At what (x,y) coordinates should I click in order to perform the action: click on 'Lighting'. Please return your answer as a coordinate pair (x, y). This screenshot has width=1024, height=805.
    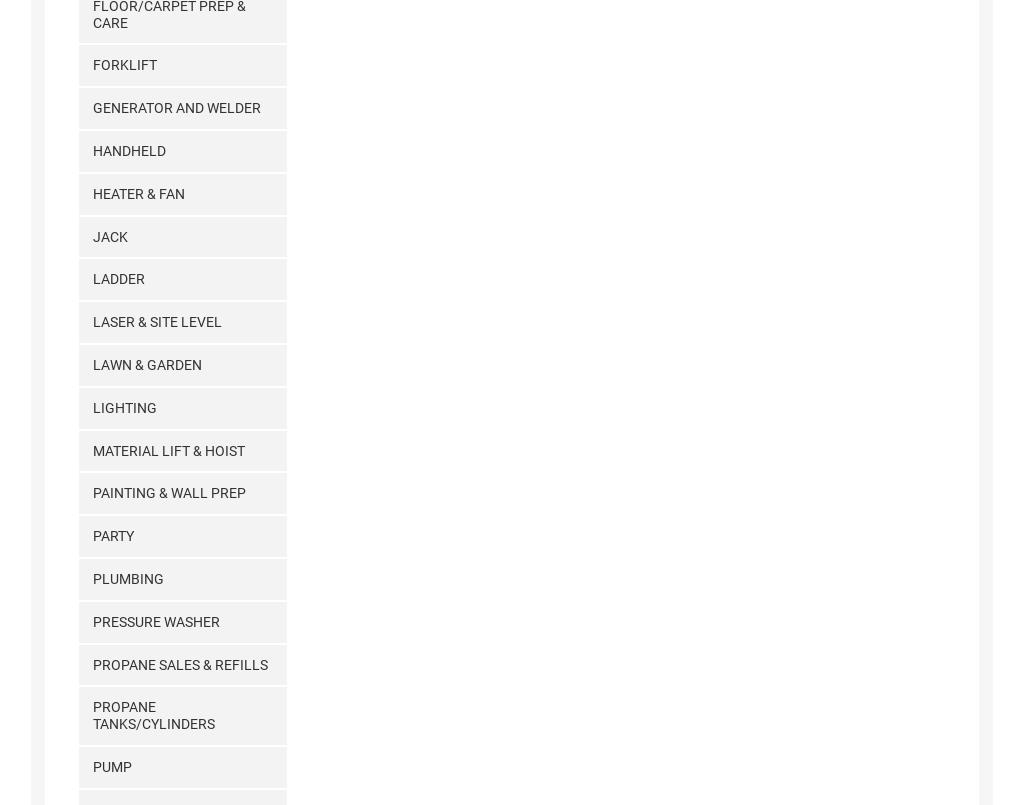
    Looking at the image, I should click on (91, 406).